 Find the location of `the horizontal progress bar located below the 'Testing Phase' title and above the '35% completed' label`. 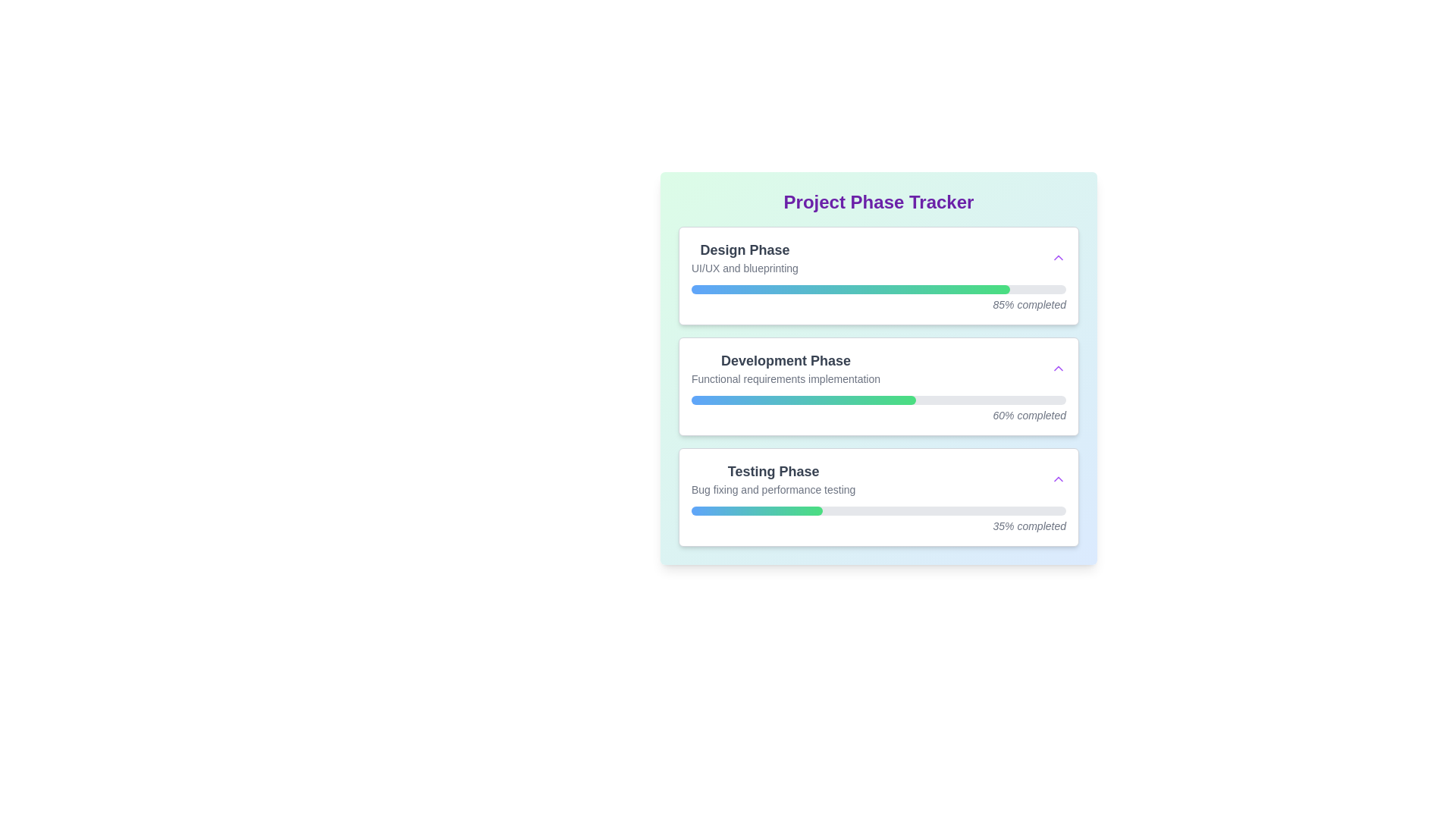

the horizontal progress bar located below the 'Testing Phase' title and above the '35% completed' label is located at coordinates (878, 511).